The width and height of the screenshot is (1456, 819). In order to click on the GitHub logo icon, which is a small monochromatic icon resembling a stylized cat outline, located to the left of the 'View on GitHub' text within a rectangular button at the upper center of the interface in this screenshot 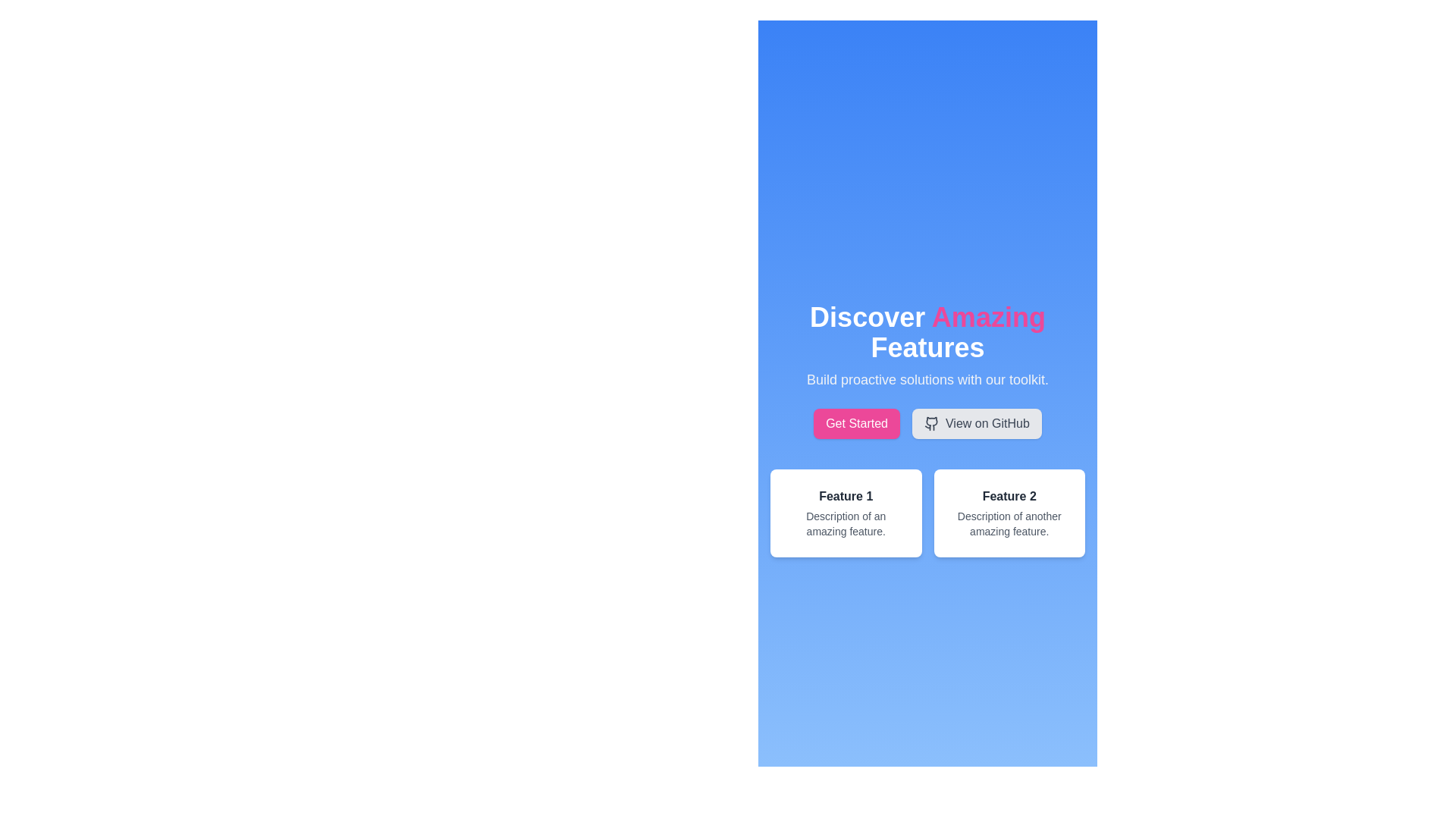, I will do `click(930, 424)`.